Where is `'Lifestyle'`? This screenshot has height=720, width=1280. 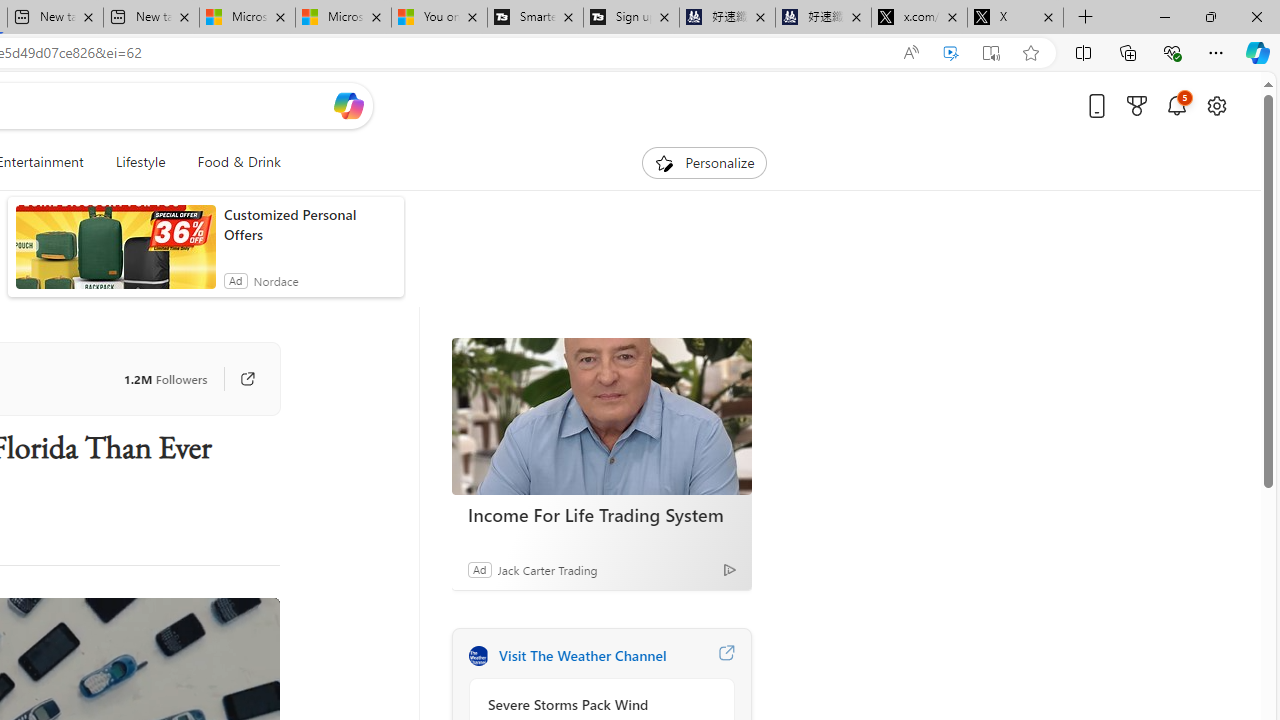 'Lifestyle' is located at coordinates (139, 162).